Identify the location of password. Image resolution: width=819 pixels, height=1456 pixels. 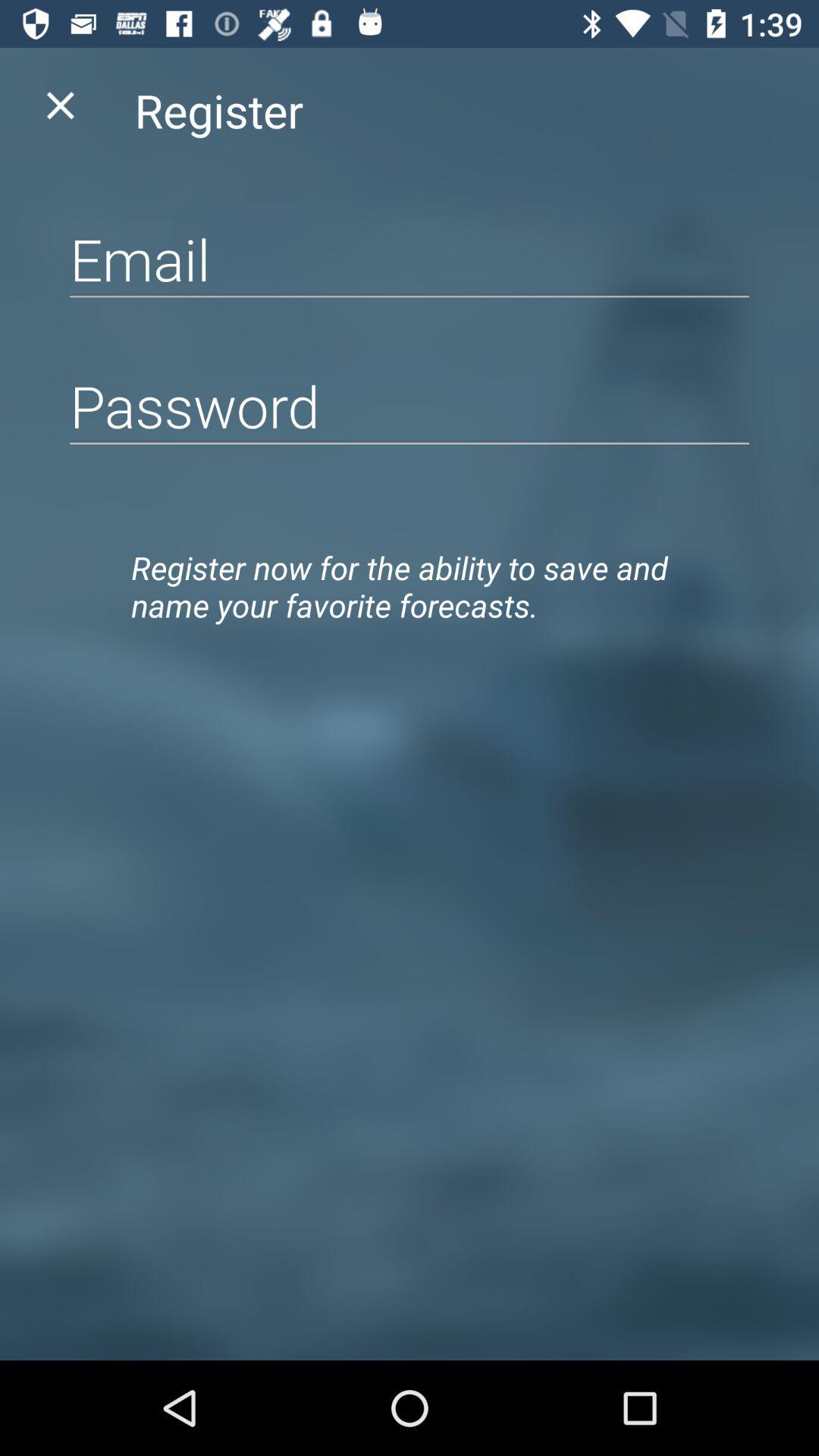
(409, 406).